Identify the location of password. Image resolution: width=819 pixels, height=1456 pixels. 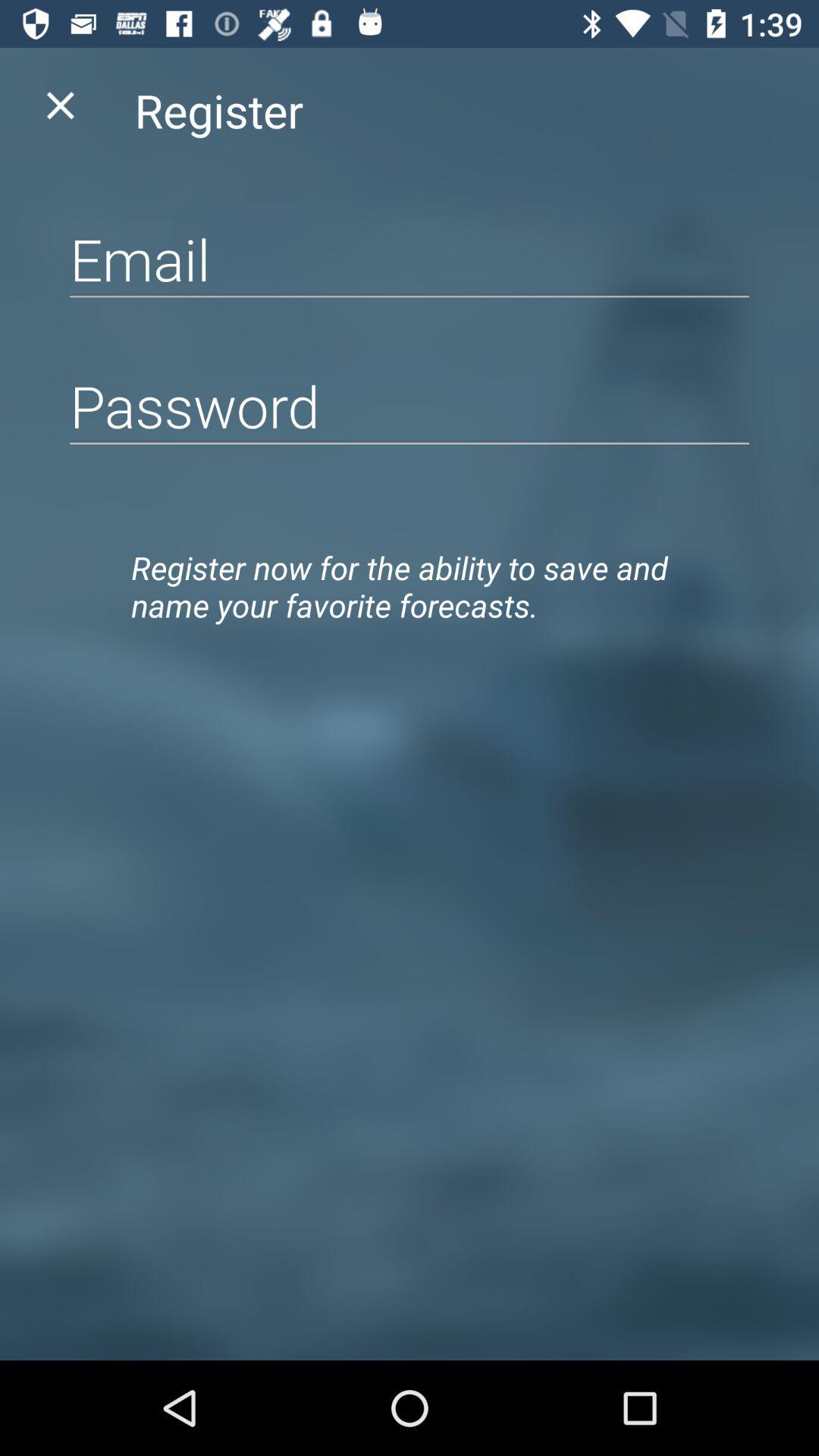
(409, 406).